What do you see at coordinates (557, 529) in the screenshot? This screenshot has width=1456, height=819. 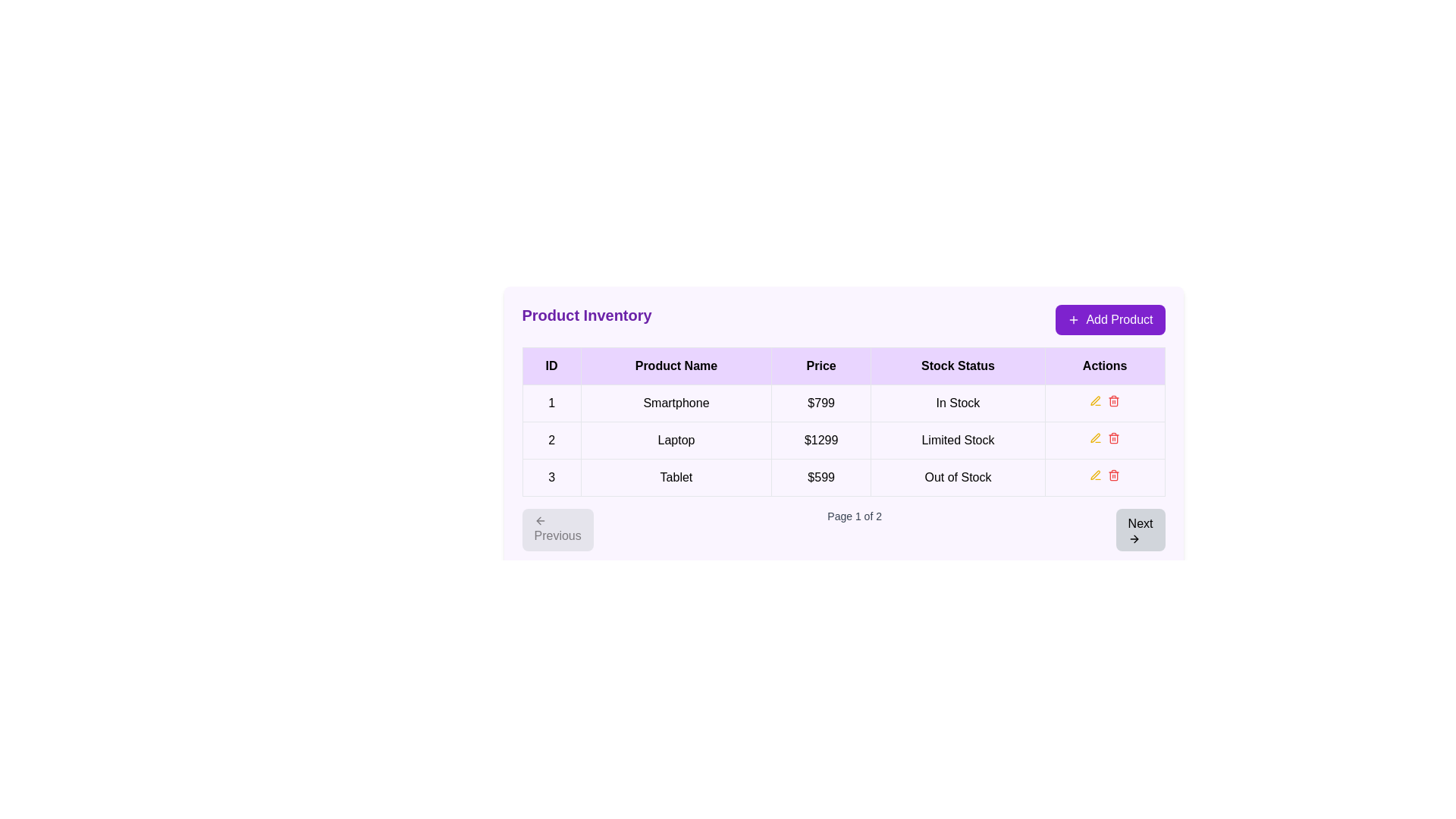 I see `the 'Previous' button with a gray background and left-pointing arrow icon located at the bottom left of the table` at bounding box center [557, 529].